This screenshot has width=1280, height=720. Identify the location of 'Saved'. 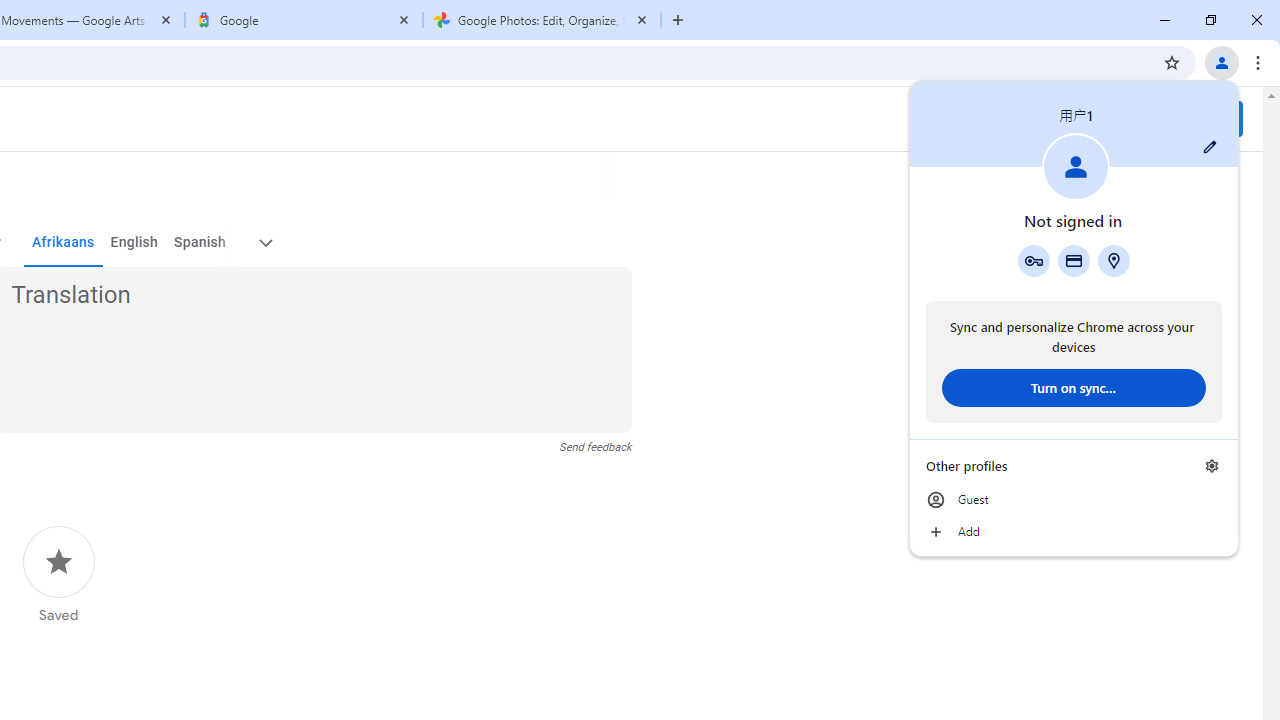
(58, 575).